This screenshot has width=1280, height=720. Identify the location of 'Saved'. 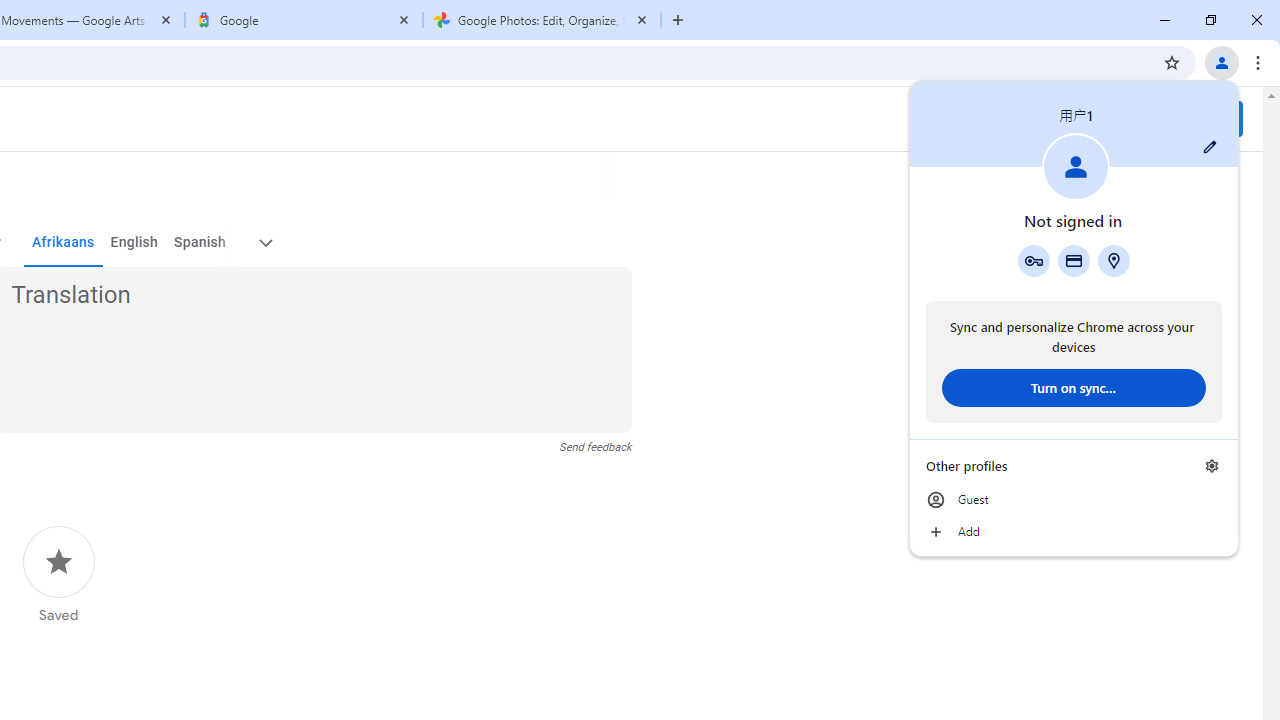
(58, 575).